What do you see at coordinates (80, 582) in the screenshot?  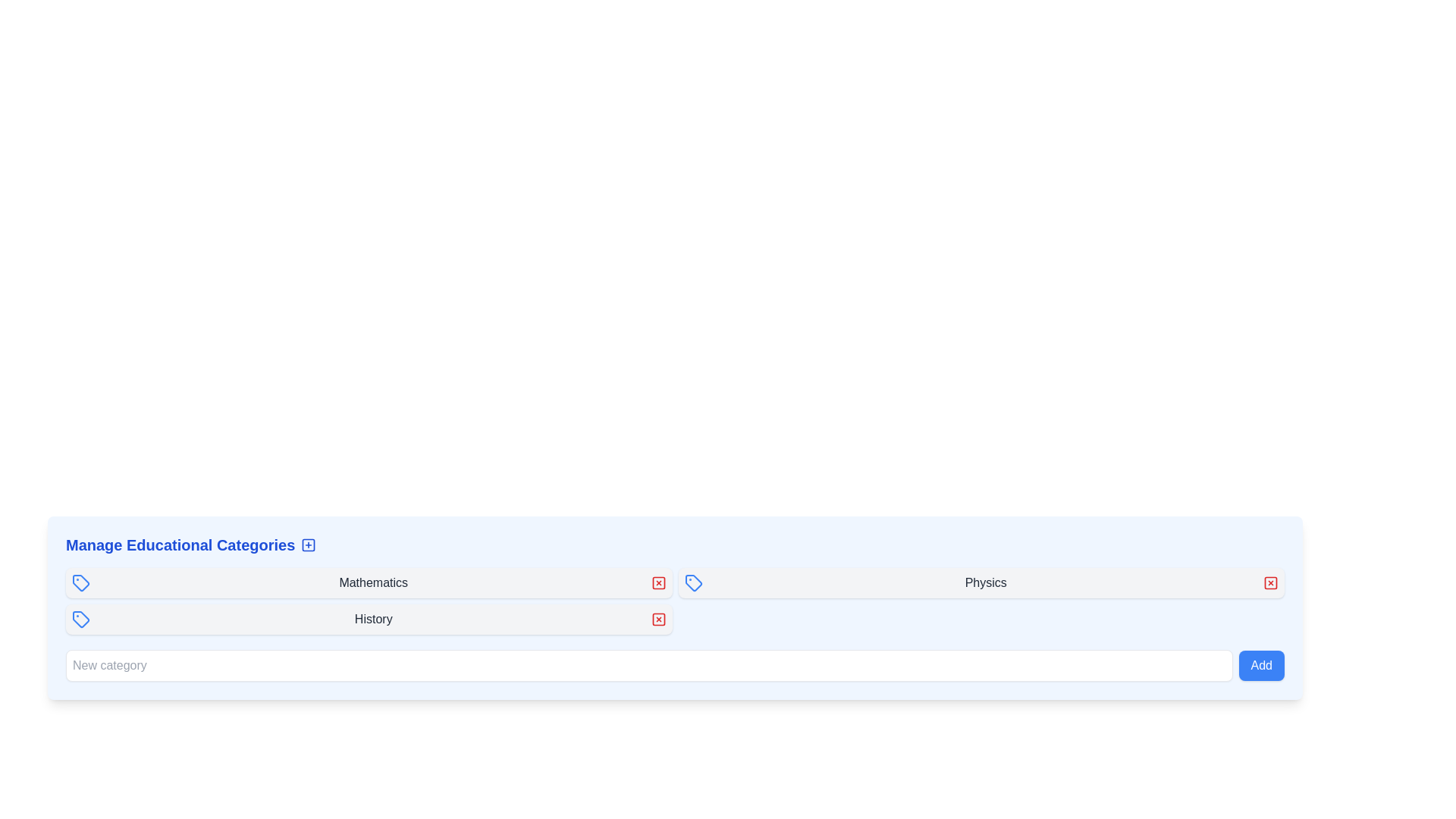 I see `the first icon representing the 'Mathematics' entry in the educational categories list` at bounding box center [80, 582].